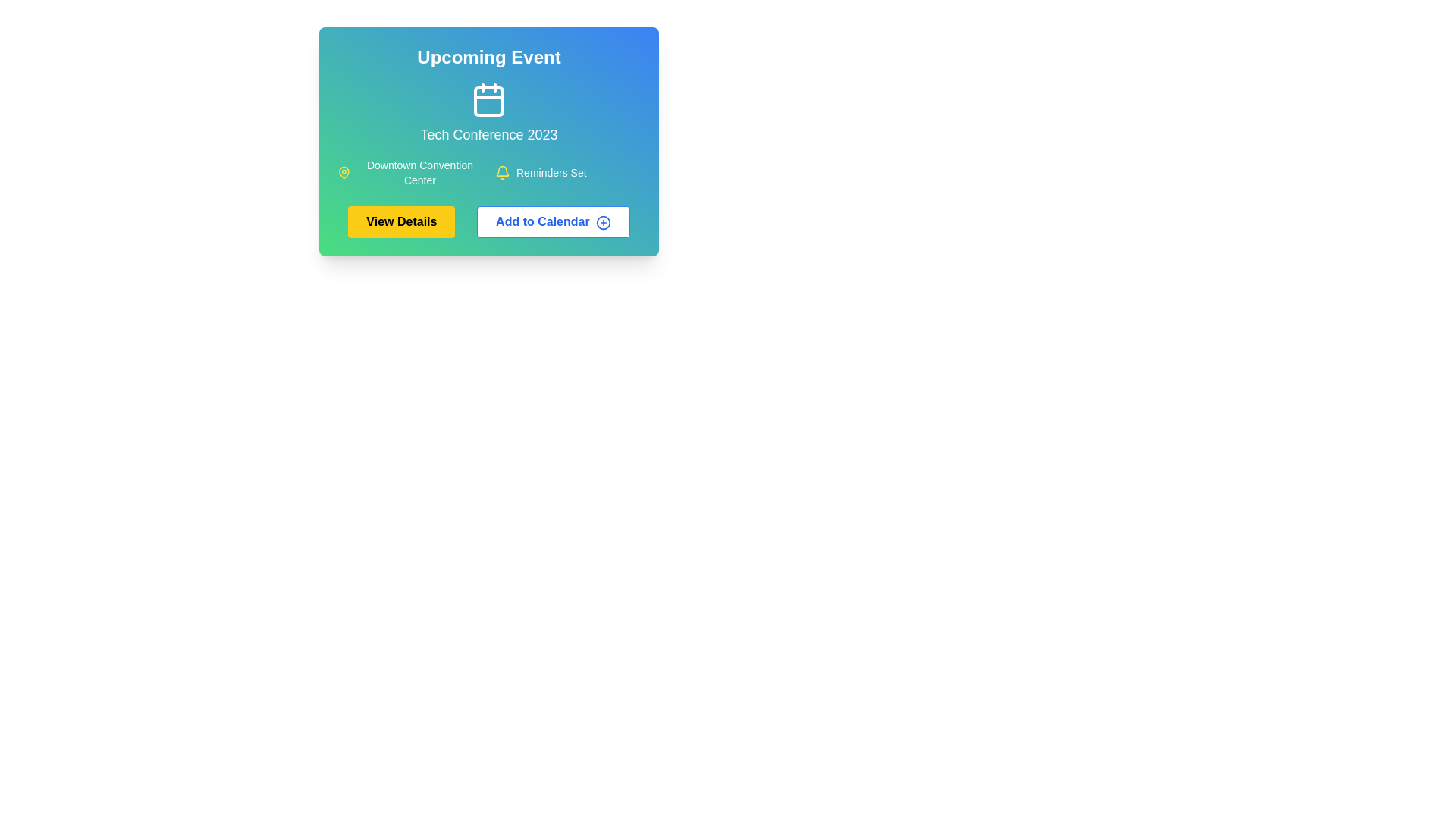 This screenshot has height=819, width=1456. Describe the element at coordinates (566, 171) in the screenshot. I see `the reminders component which consists of a yellow bell icon and the text label 'Reminders Set' on a blue-green gradient background` at that location.